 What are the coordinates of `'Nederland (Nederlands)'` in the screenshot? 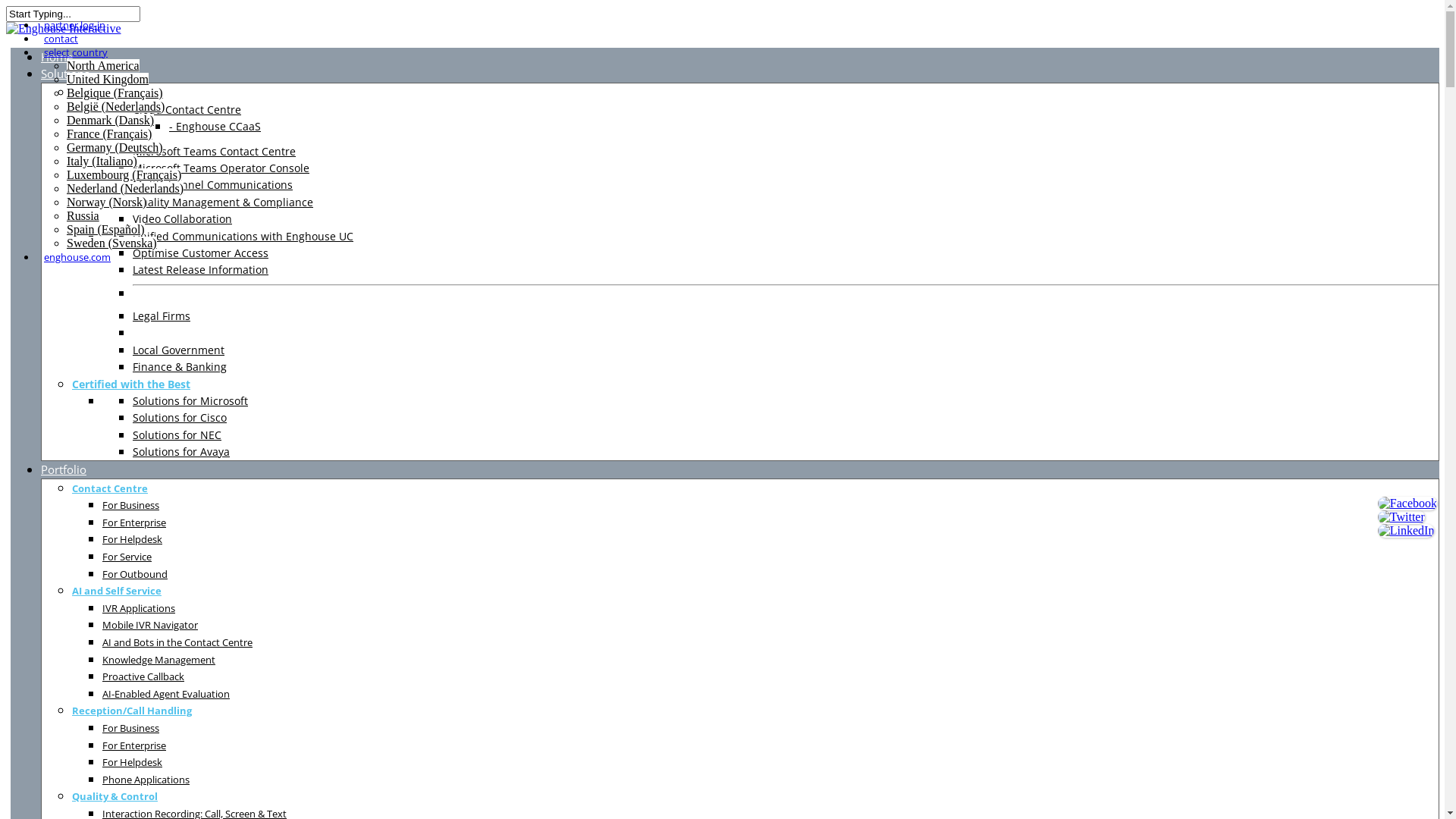 It's located at (124, 187).